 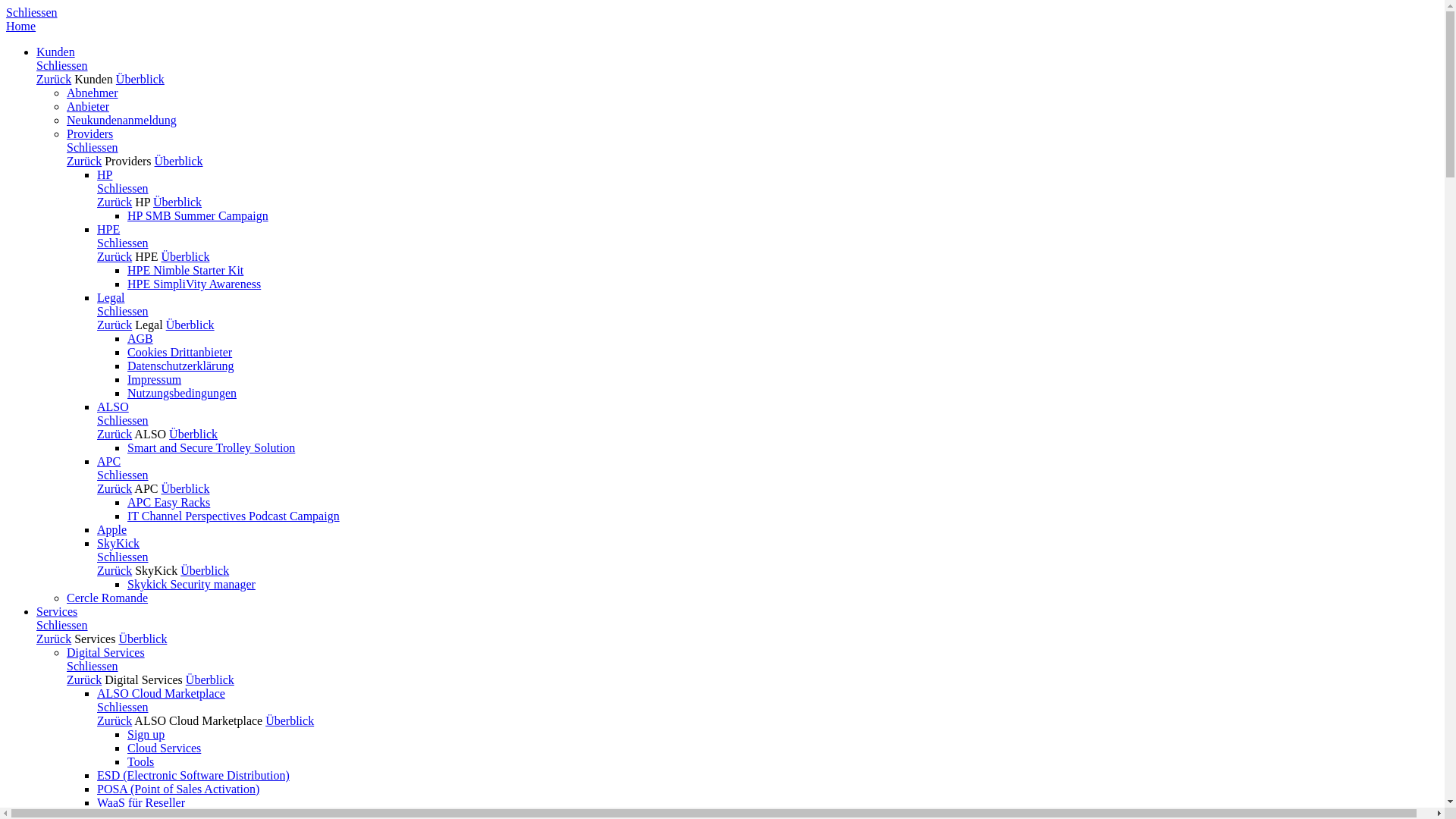 What do you see at coordinates (196, 215) in the screenshot?
I see `'HP SMB Summer Campaign'` at bounding box center [196, 215].